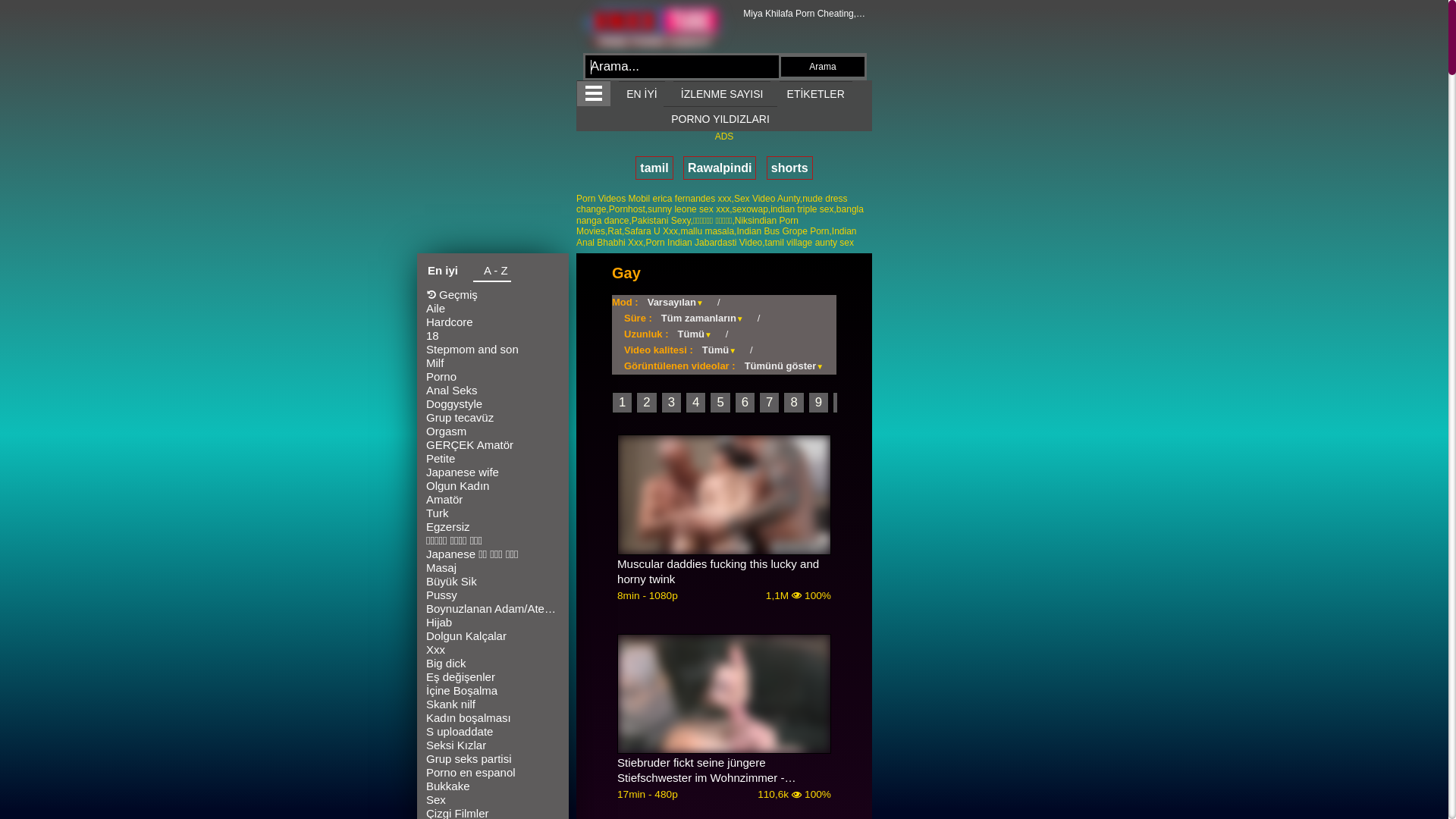 This screenshot has height=819, width=1456. I want to click on 'tamil', so click(635, 168).